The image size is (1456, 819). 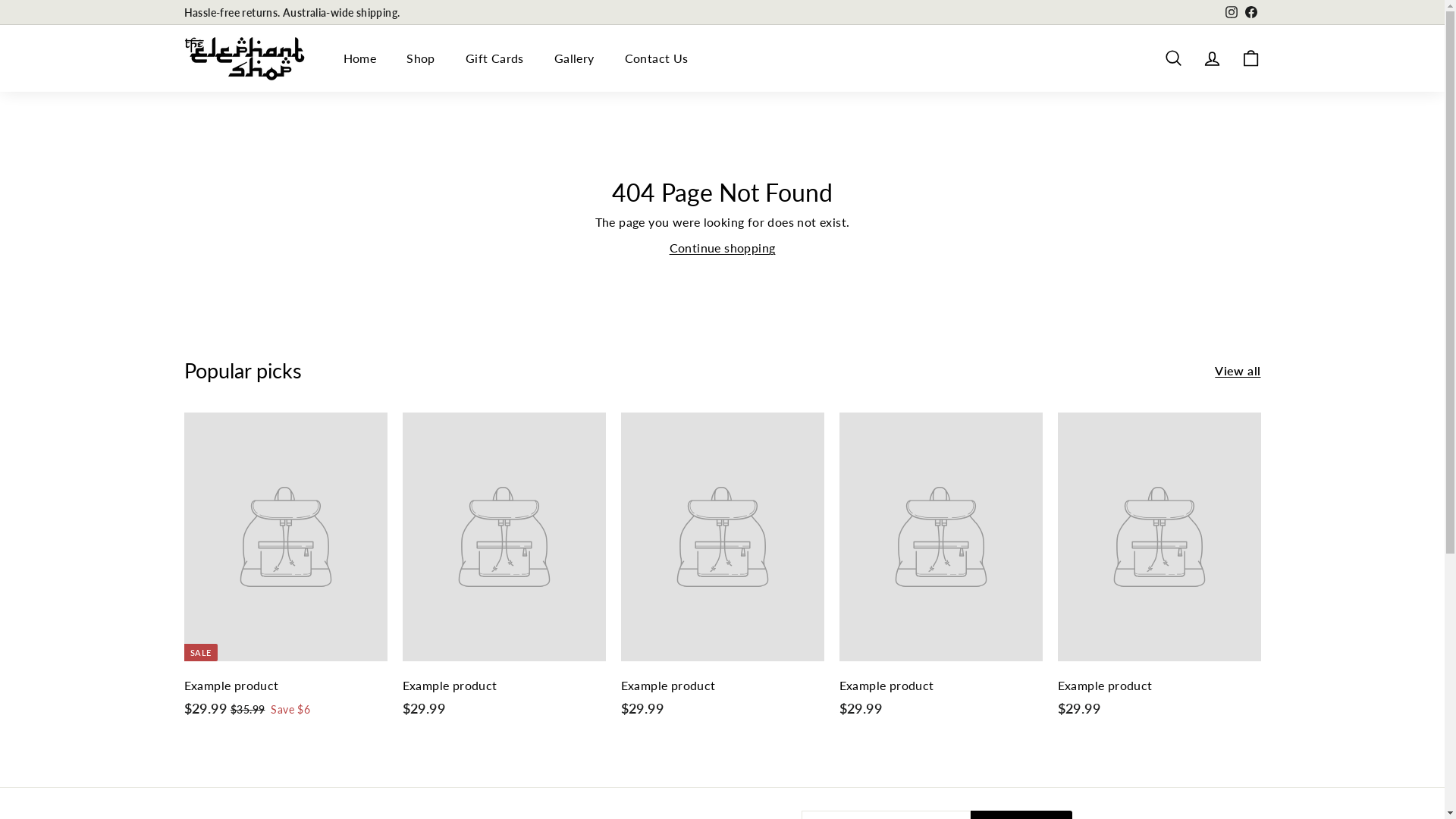 What do you see at coordinates (722, 246) in the screenshot?
I see `'Continue shopping'` at bounding box center [722, 246].